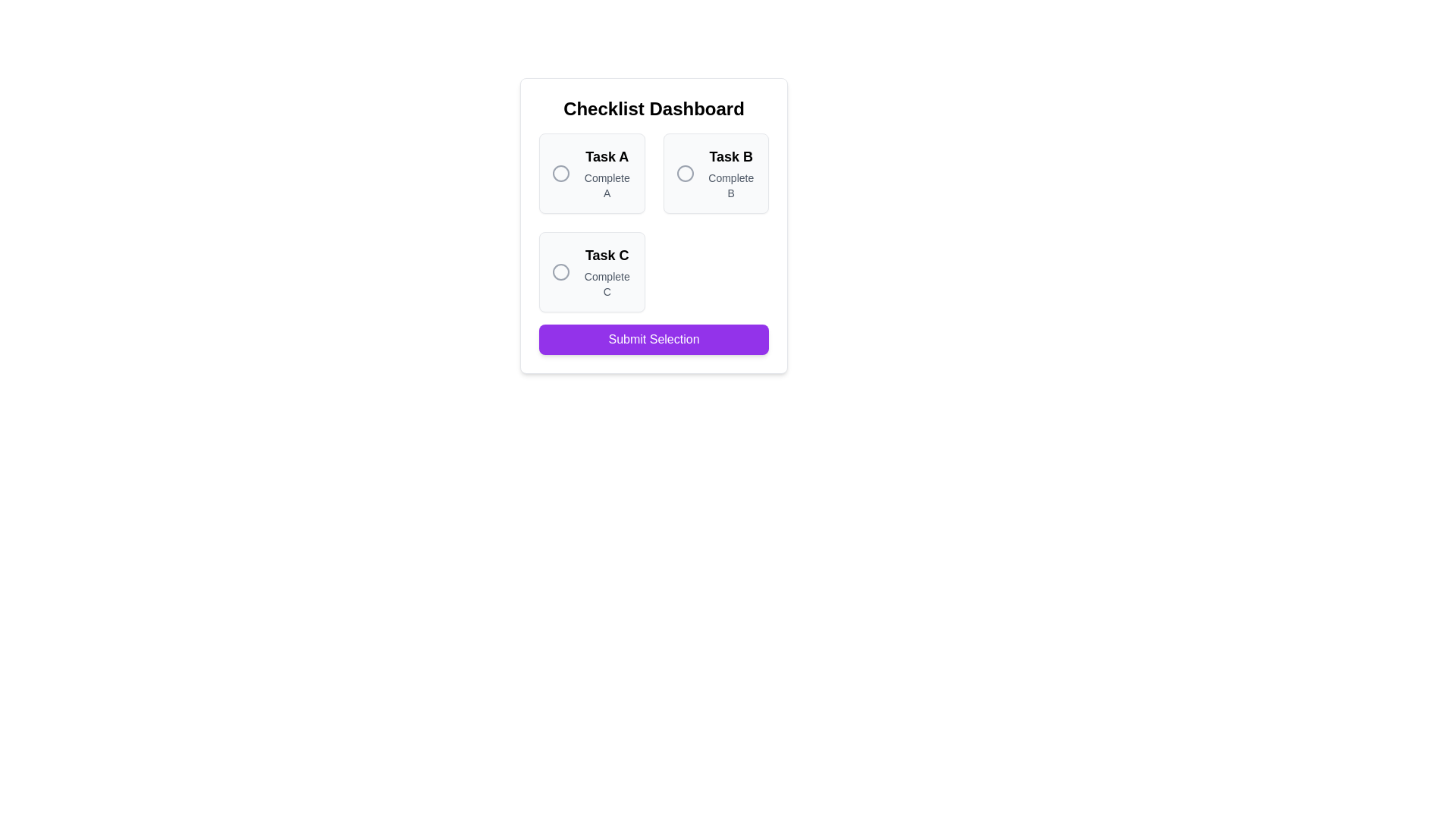  I want to click on the label group that represents 'Task B', which contains a title and subtitle, located in the checklist dashboard interface, so click(731, 172).